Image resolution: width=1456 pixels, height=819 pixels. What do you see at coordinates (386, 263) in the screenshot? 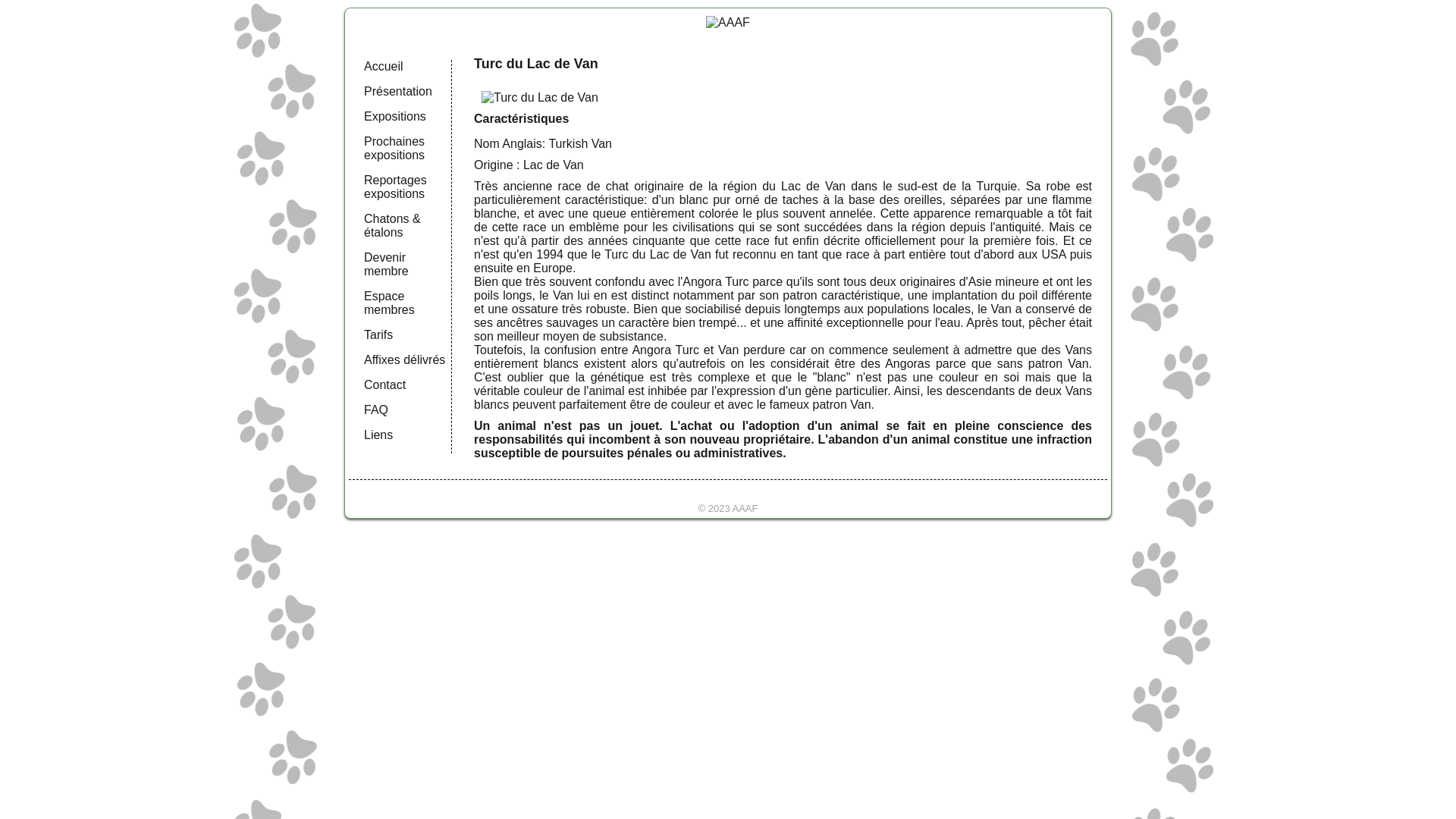
I see `'Devenir membre'` at bounding box center [386, 263].